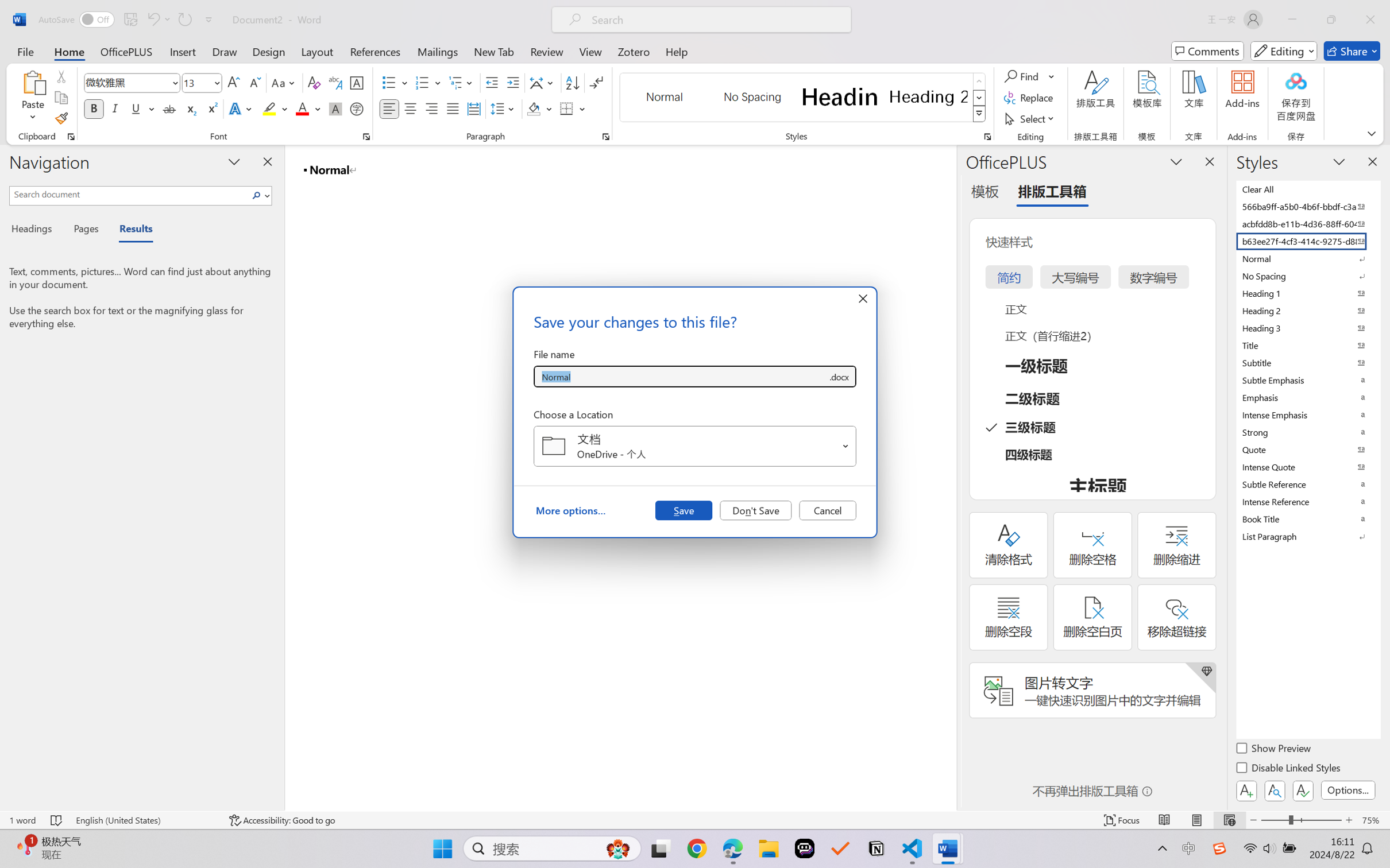 The width and height of the screenshot is (1390, 868). What do you see at coordinates (190, 108) in the screenshot?
I see `'Subscript'` at bounding box center [190, 108].